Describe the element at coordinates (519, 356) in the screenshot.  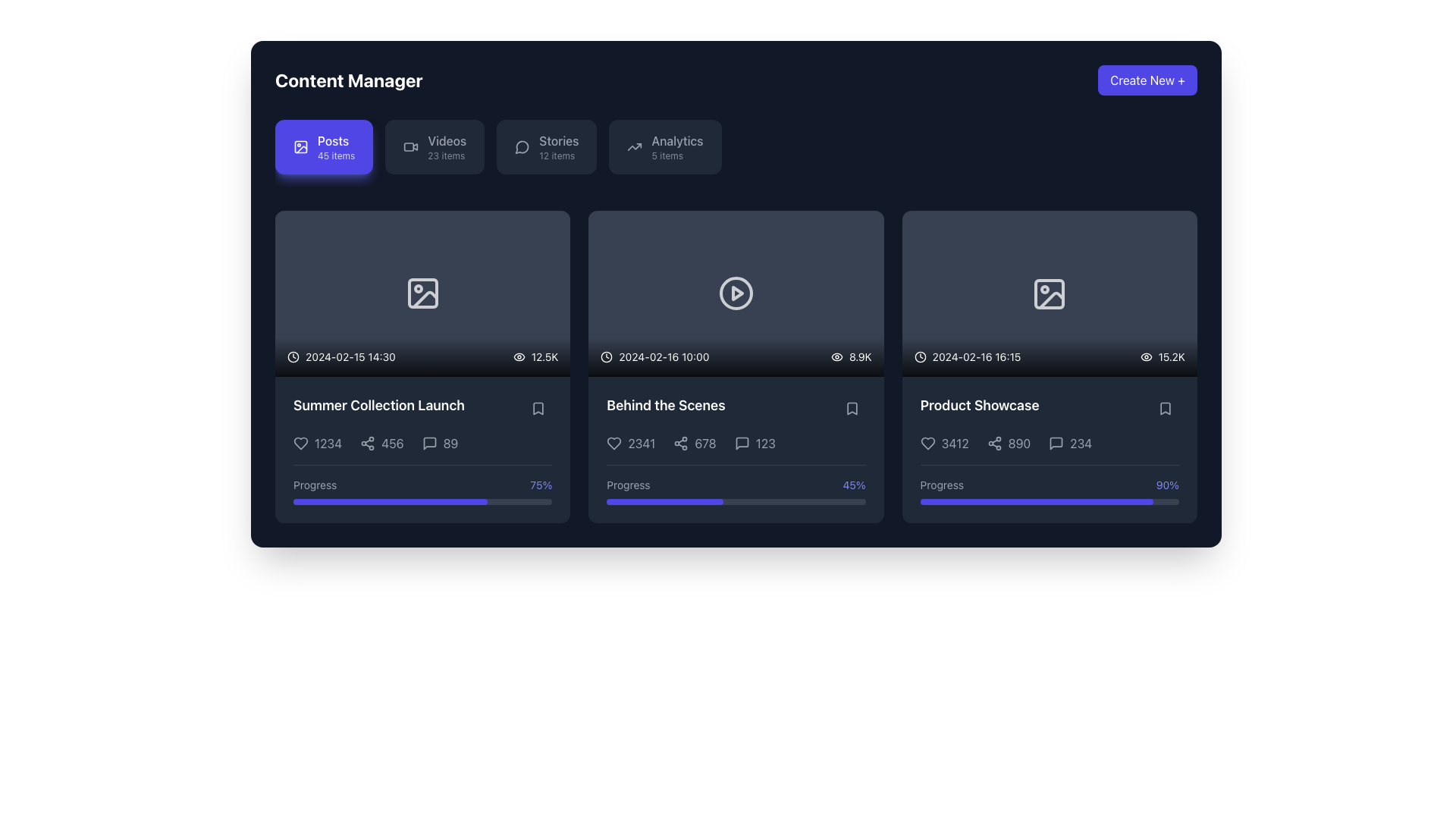
I see `the view counter icon located on the left side next to the text '12.5K'` at that location.